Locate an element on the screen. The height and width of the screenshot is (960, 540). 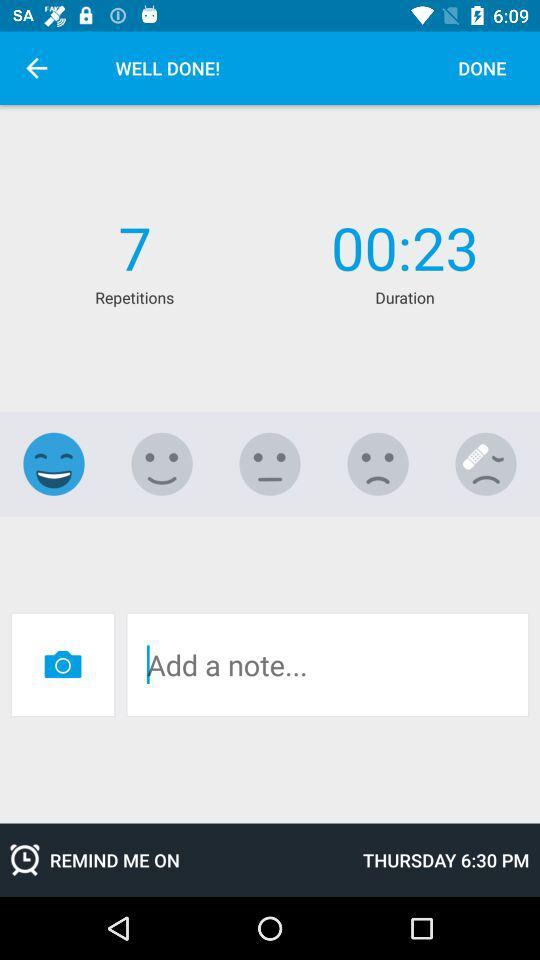
the icon above the 7 icon is located at coordinates (36, 68).